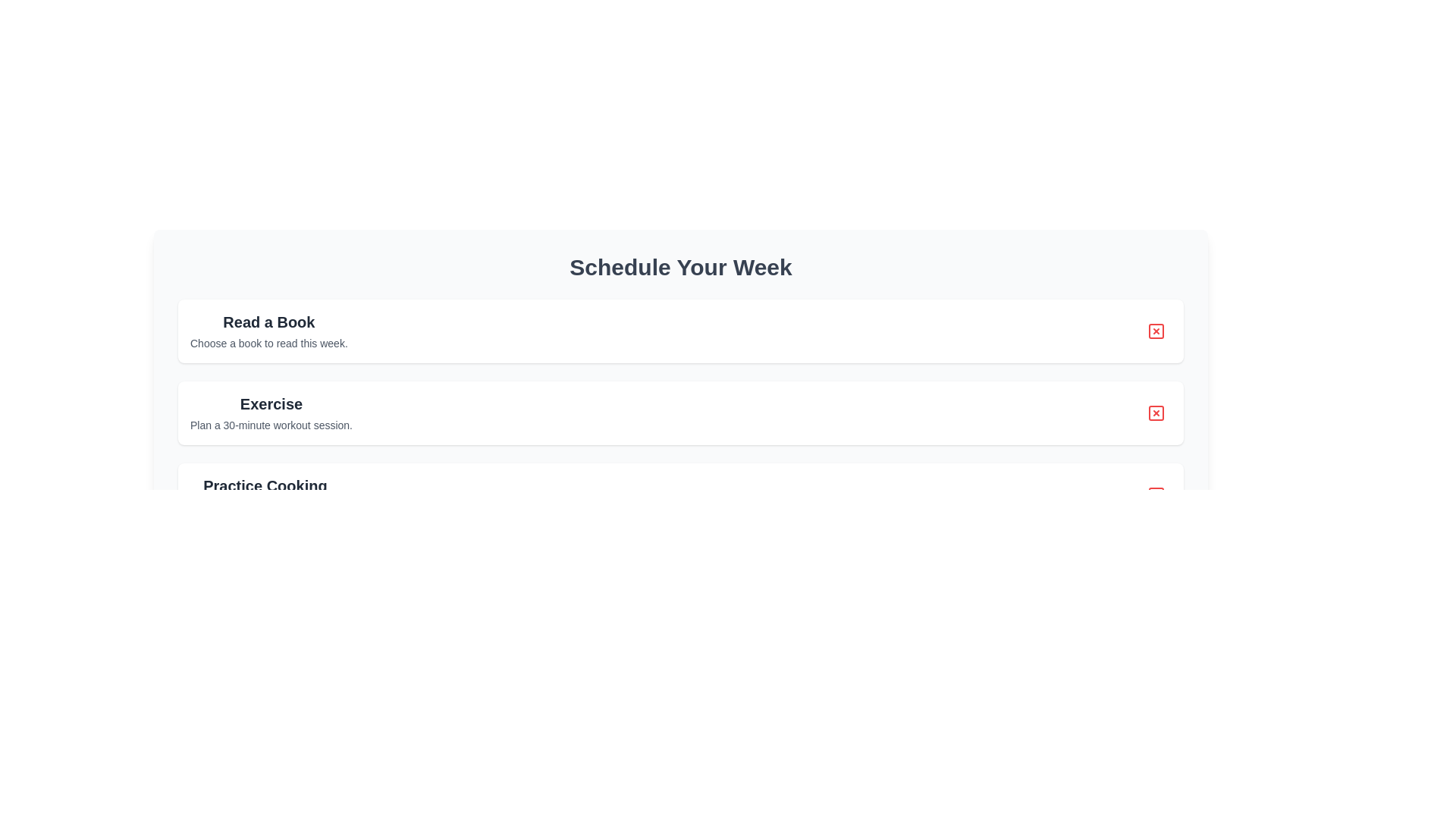  I want to click on text from the 'Practice Cooking' text block, which includes the header in bold and the descriptive text below it, located within the third card of three vertically stacked cards, so click(265, 494).